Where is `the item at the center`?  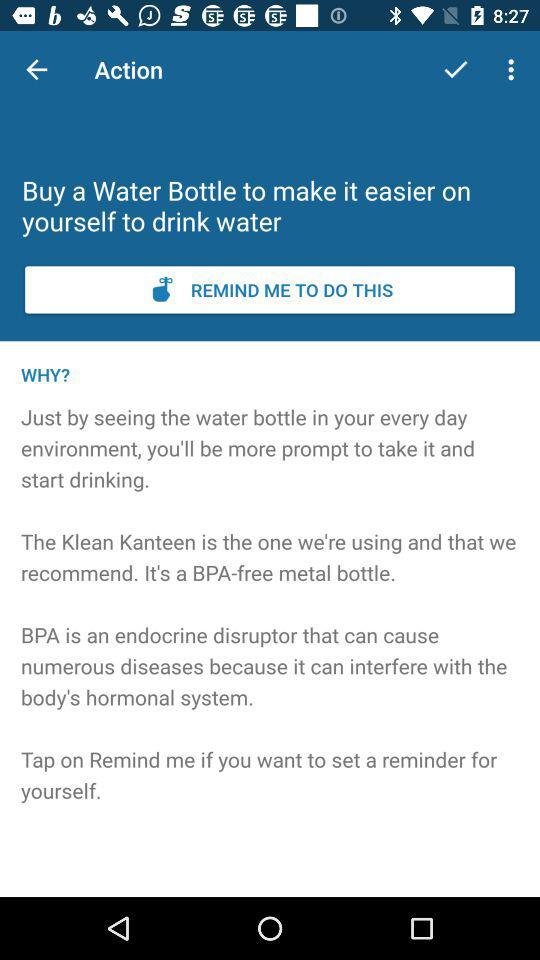
the item at the center is located at coordinates (270, 630).